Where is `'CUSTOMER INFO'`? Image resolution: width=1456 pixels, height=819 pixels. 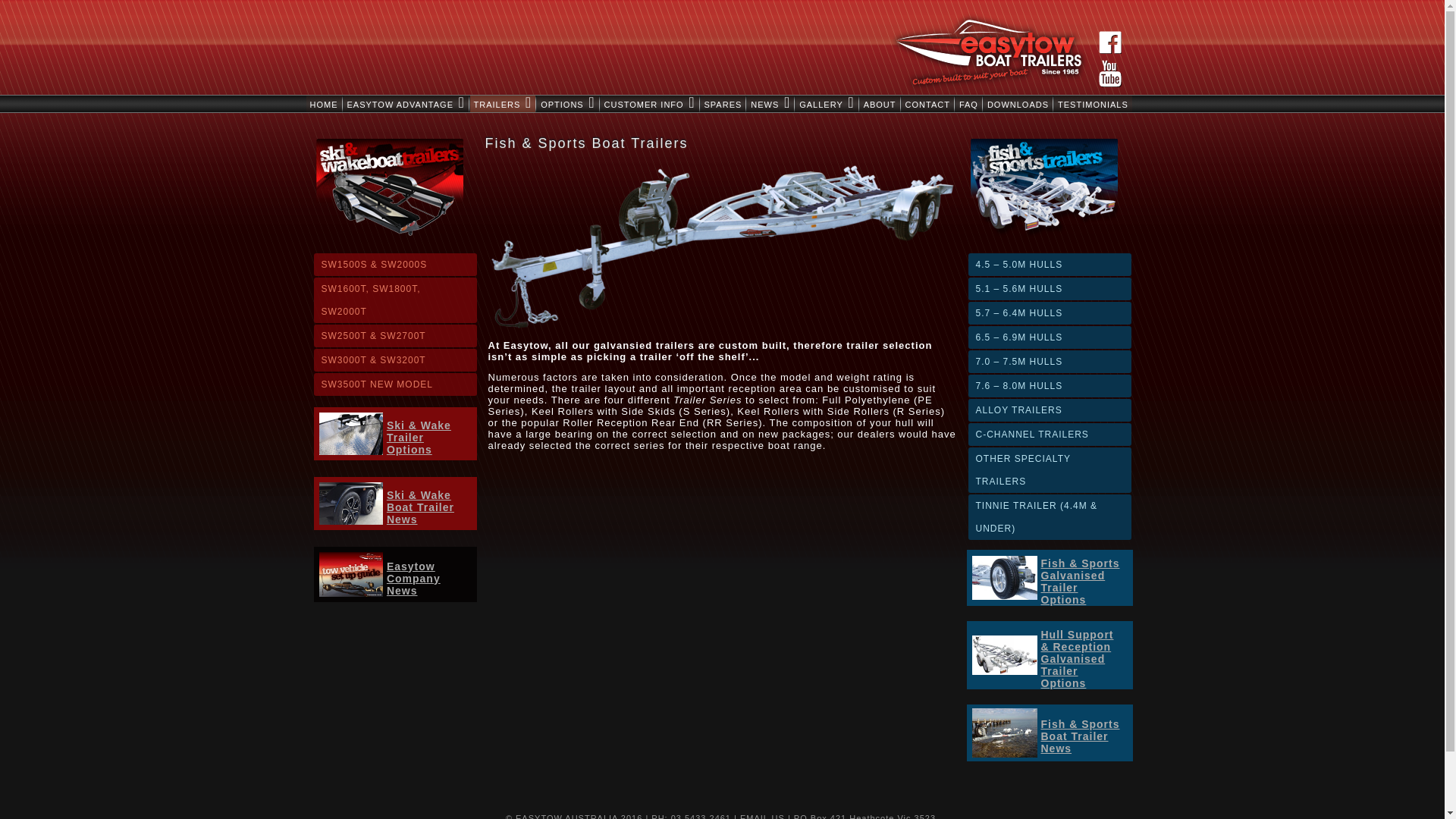
'CUSTOMER INFO' is located at coordinates (650, 103).